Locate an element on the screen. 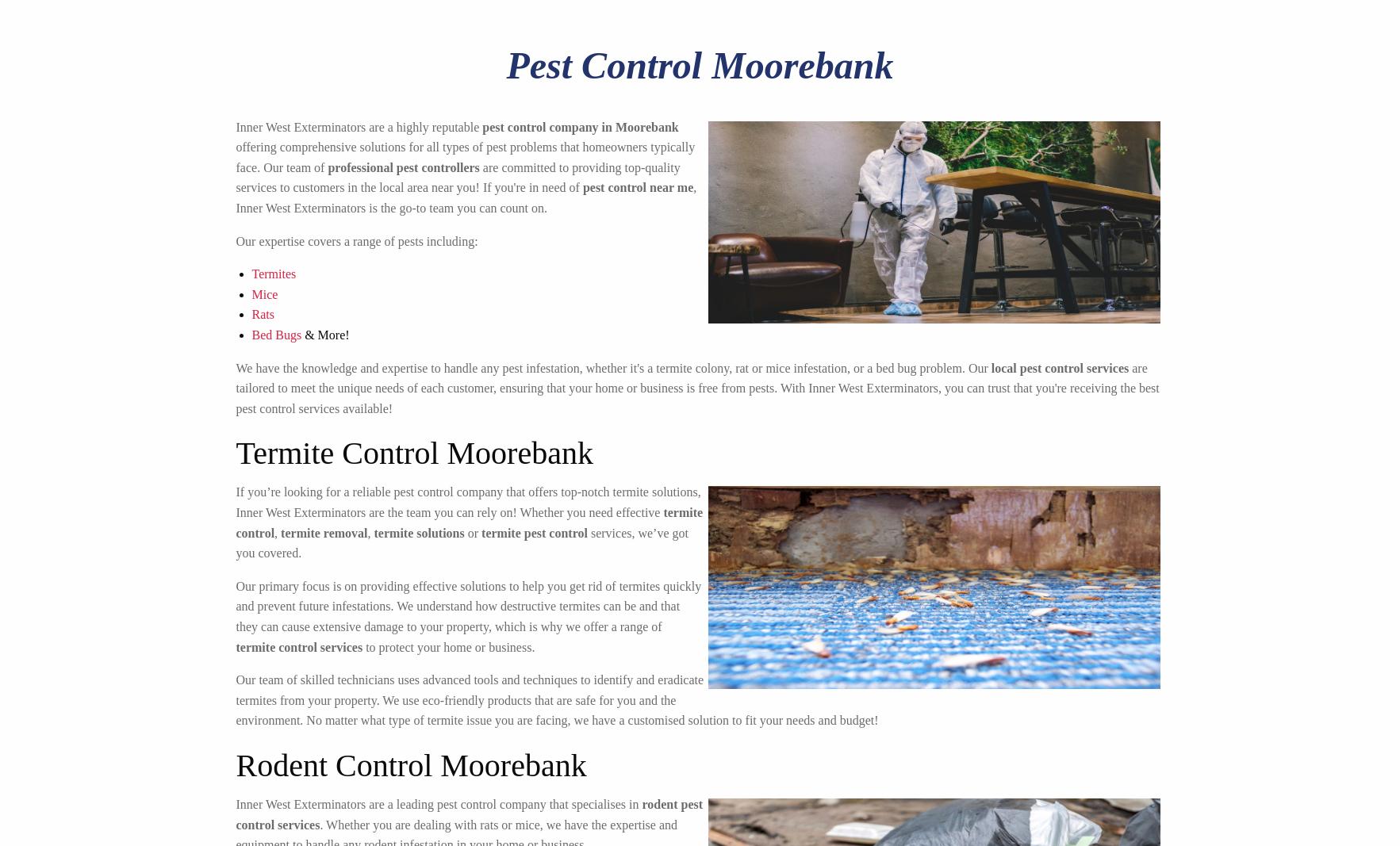 Image resolution: width=1400 pixels, height=846 pixels. 'termite removal' is located at coordinates (323, 532).